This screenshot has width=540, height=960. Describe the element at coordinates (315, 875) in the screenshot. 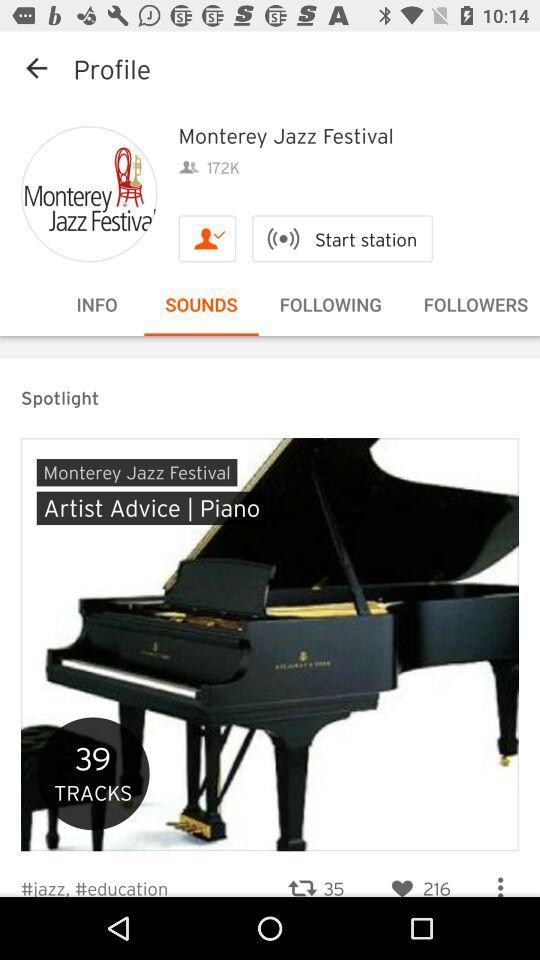

I see `icon next to #jazz, #education icon` at that location.